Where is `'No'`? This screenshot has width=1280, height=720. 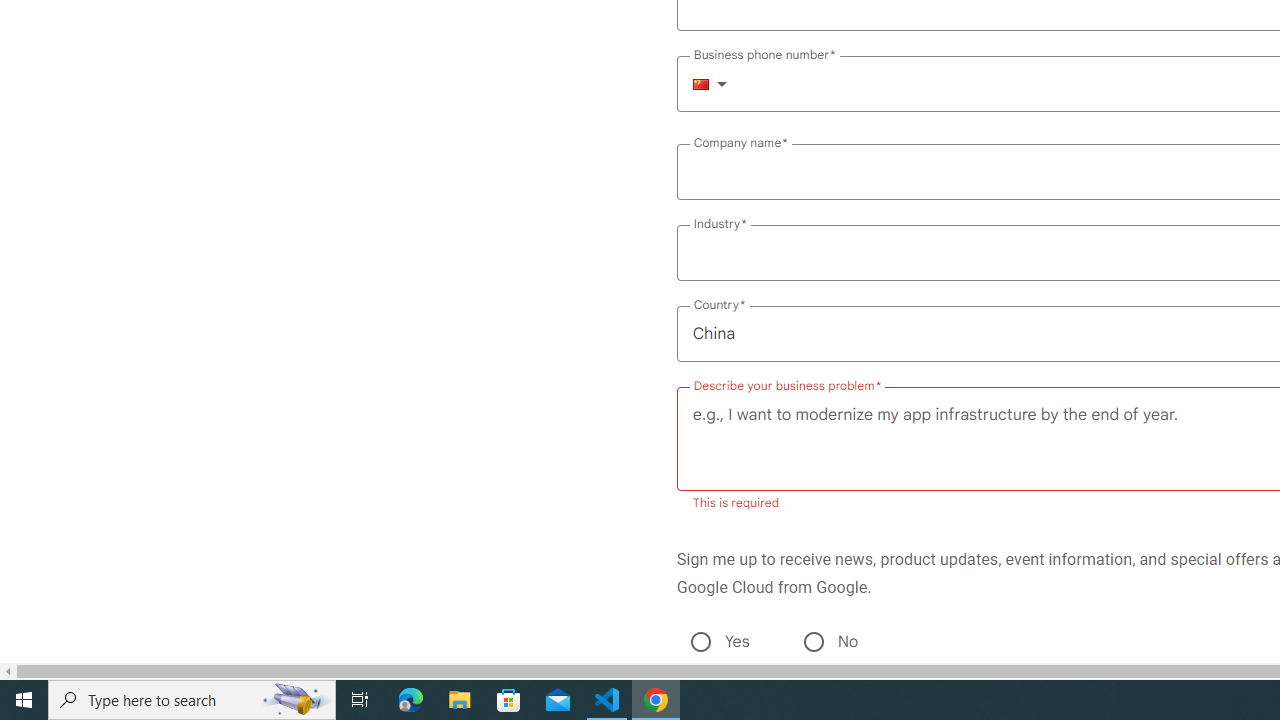 'No' is located at coordinates (813, 641).